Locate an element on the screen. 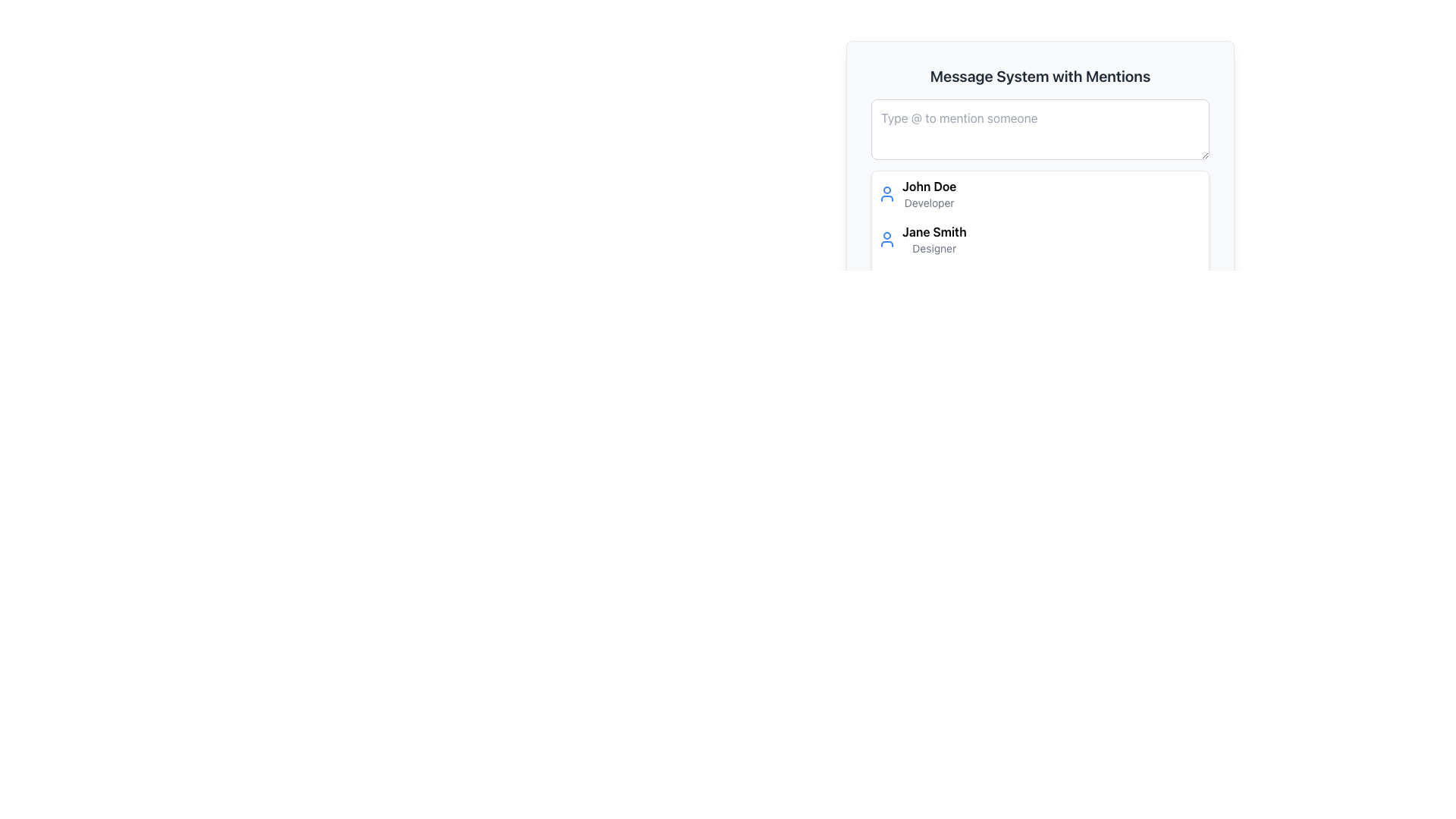 This screenshot has height=819, width=1456. text displayed for the user 'Jane Smith', who is identified as a 'Designer', located to the right of the user icon in the second entry of the 'Message System with Mentions' section is located at coordinates (934, 239).